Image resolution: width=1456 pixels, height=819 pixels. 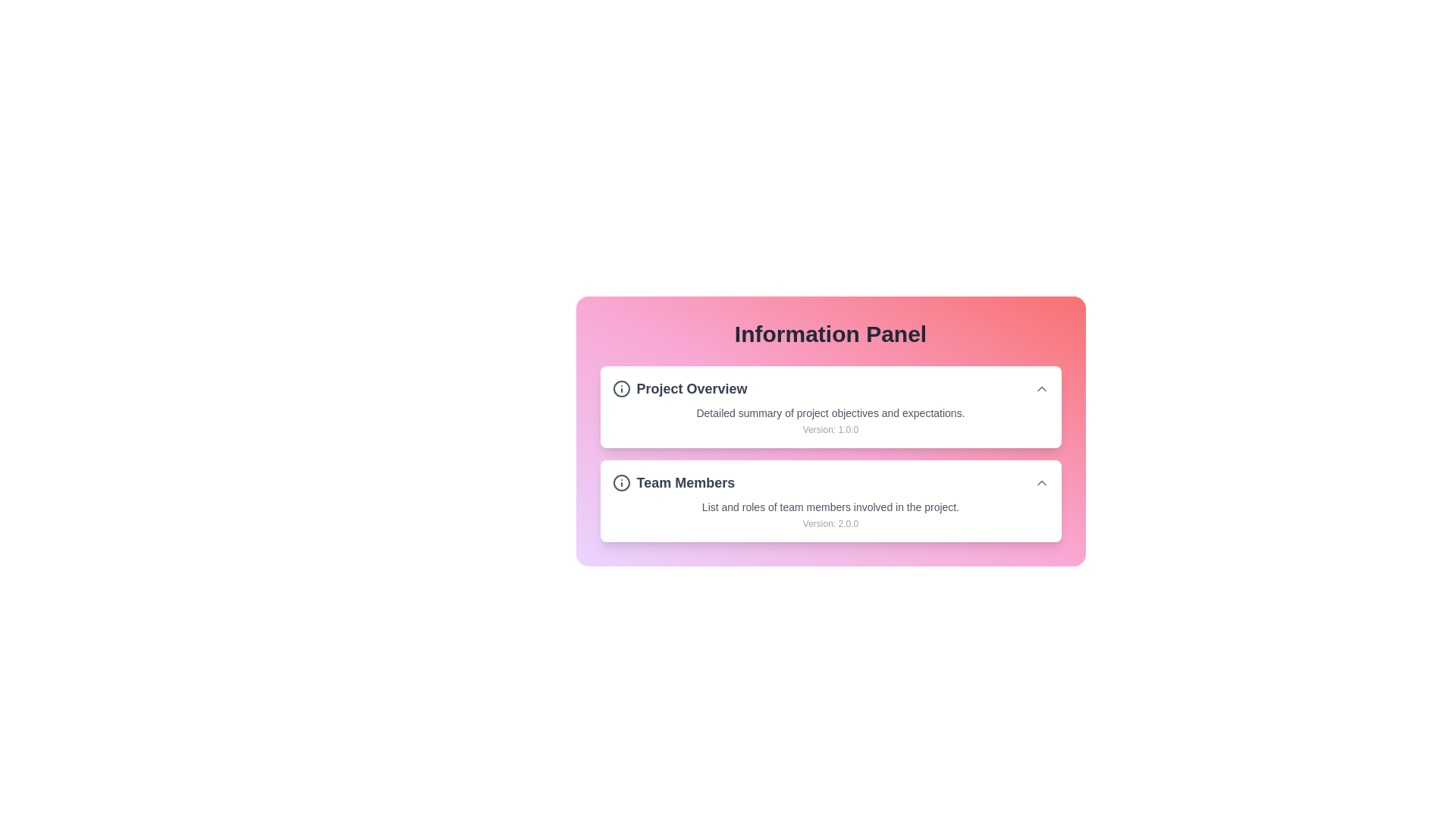 I want to click on the Text label that serves as a header for the project objectives, located in the top card of the panel, so click(x=691, y=388).